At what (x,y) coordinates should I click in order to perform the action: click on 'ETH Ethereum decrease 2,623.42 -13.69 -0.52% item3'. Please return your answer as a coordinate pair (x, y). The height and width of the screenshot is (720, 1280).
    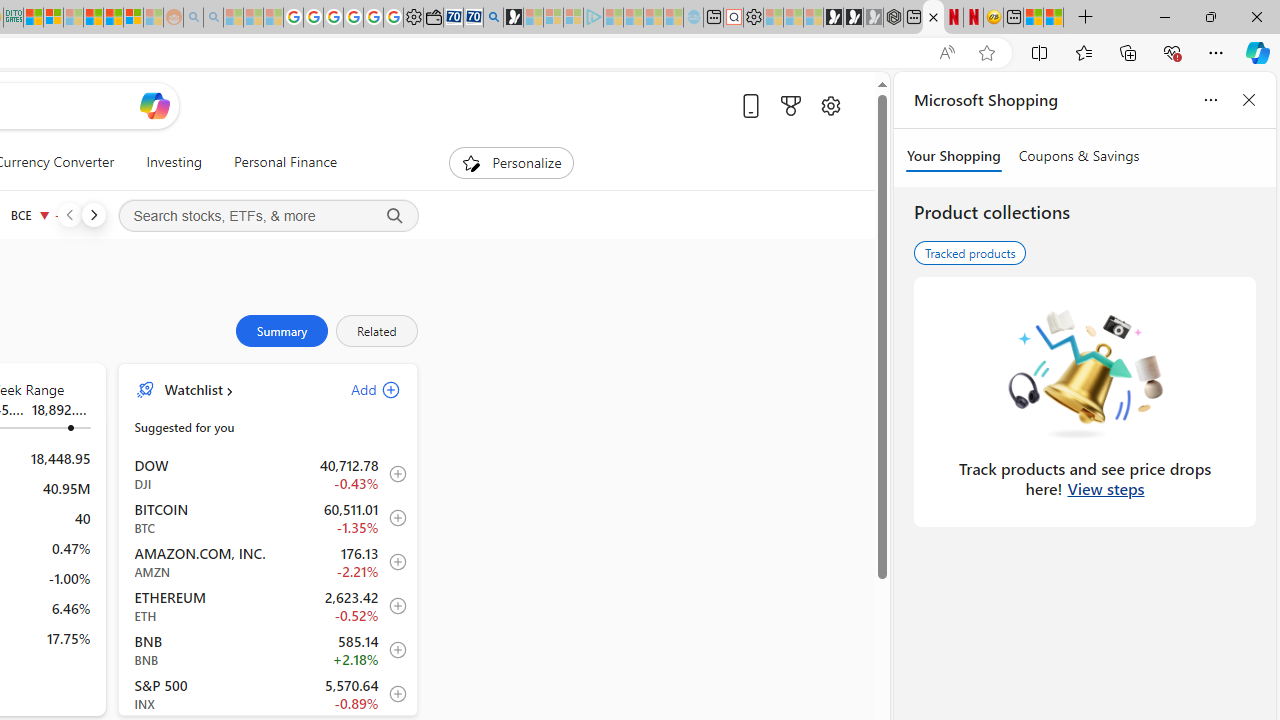
    Looking at the image, I should click on (267, 604).